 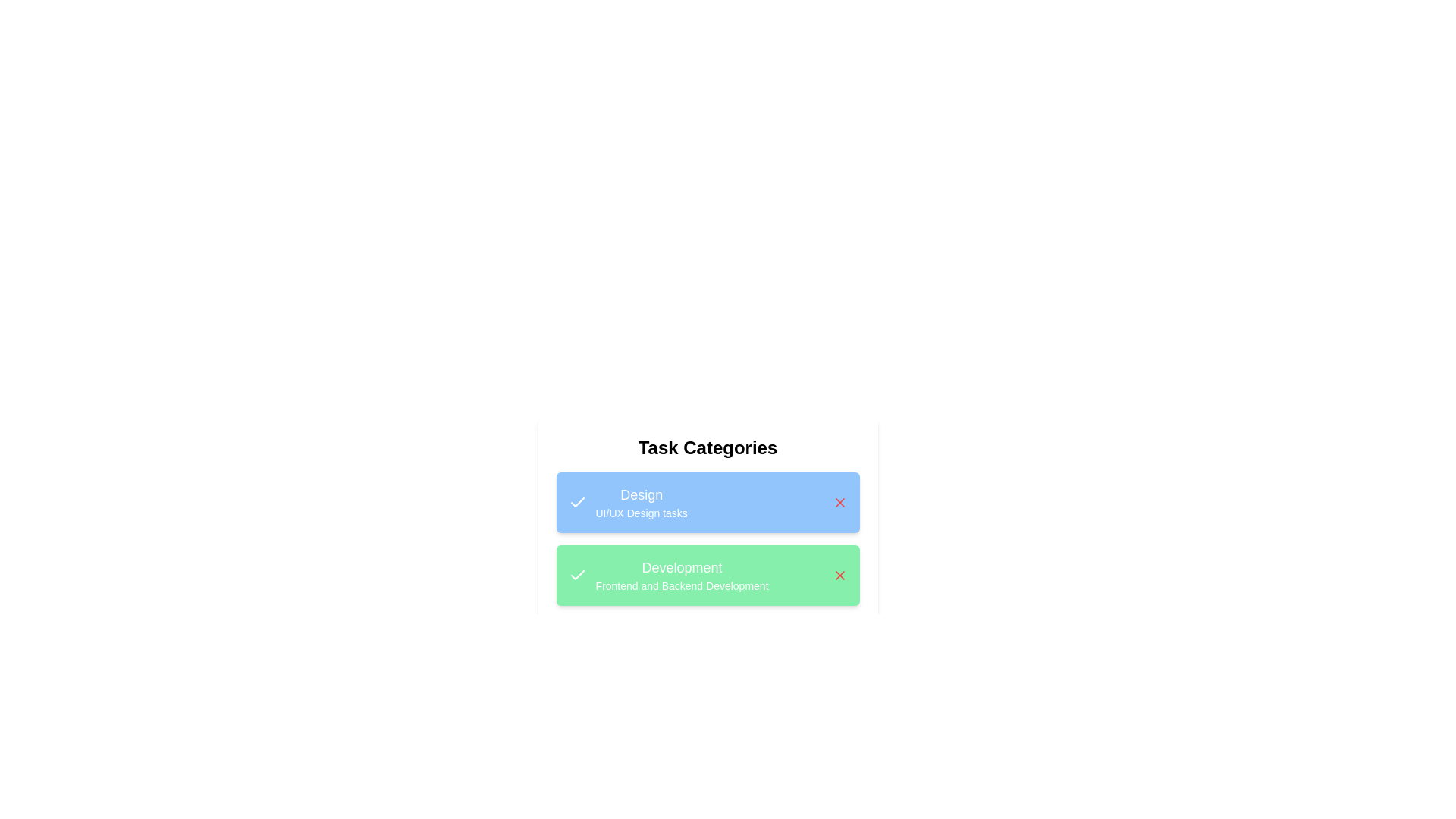 What do you see at coordinates (839, 503) in the screenshot?
I see `'X' button on the task category Design to remove it` at bounding box center [839, 503].